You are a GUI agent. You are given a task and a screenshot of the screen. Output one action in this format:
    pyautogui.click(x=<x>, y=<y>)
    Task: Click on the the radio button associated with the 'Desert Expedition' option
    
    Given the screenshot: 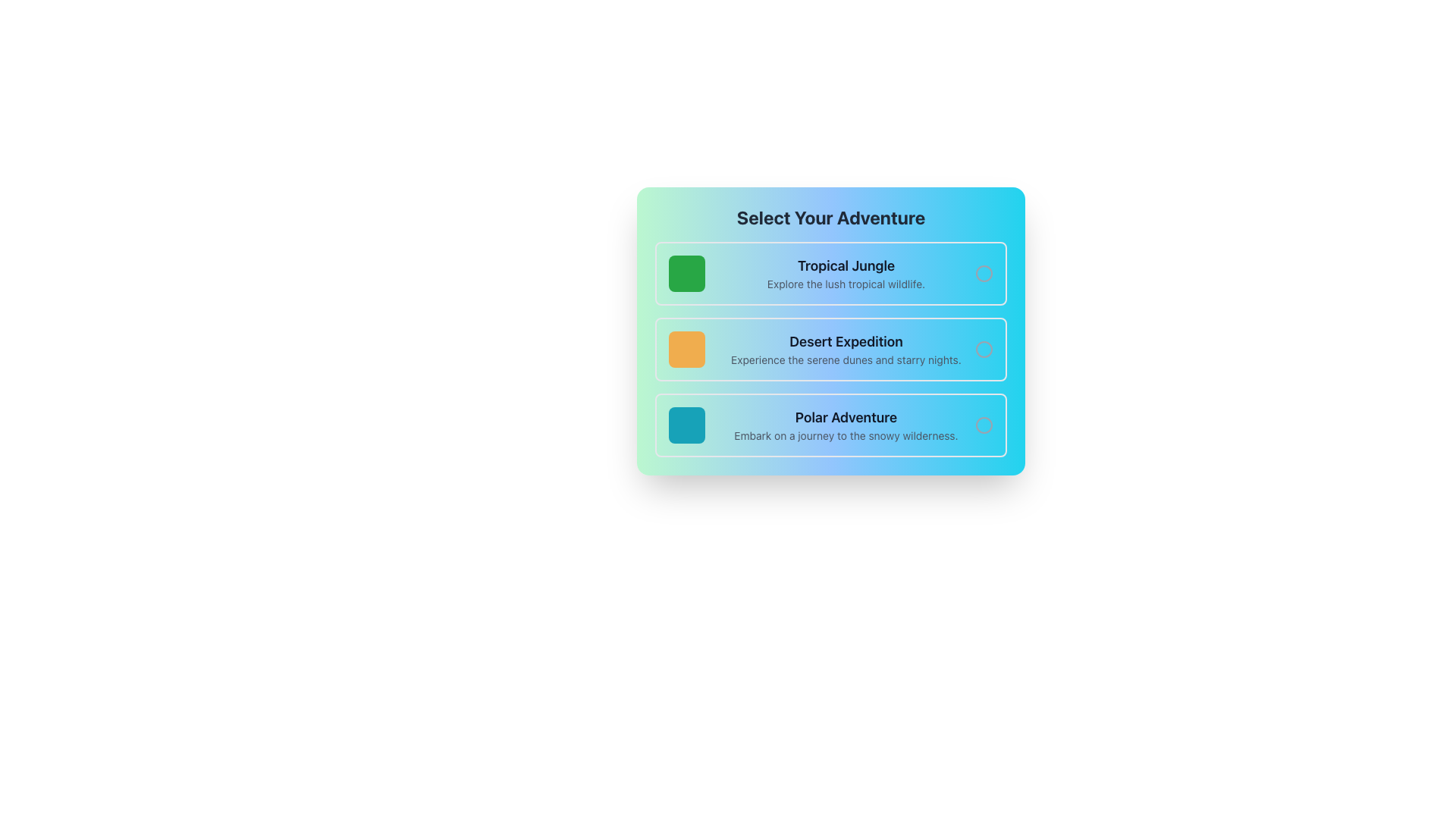 What is the action you would take?
    pyautogui.click(x=984, y=350)
    